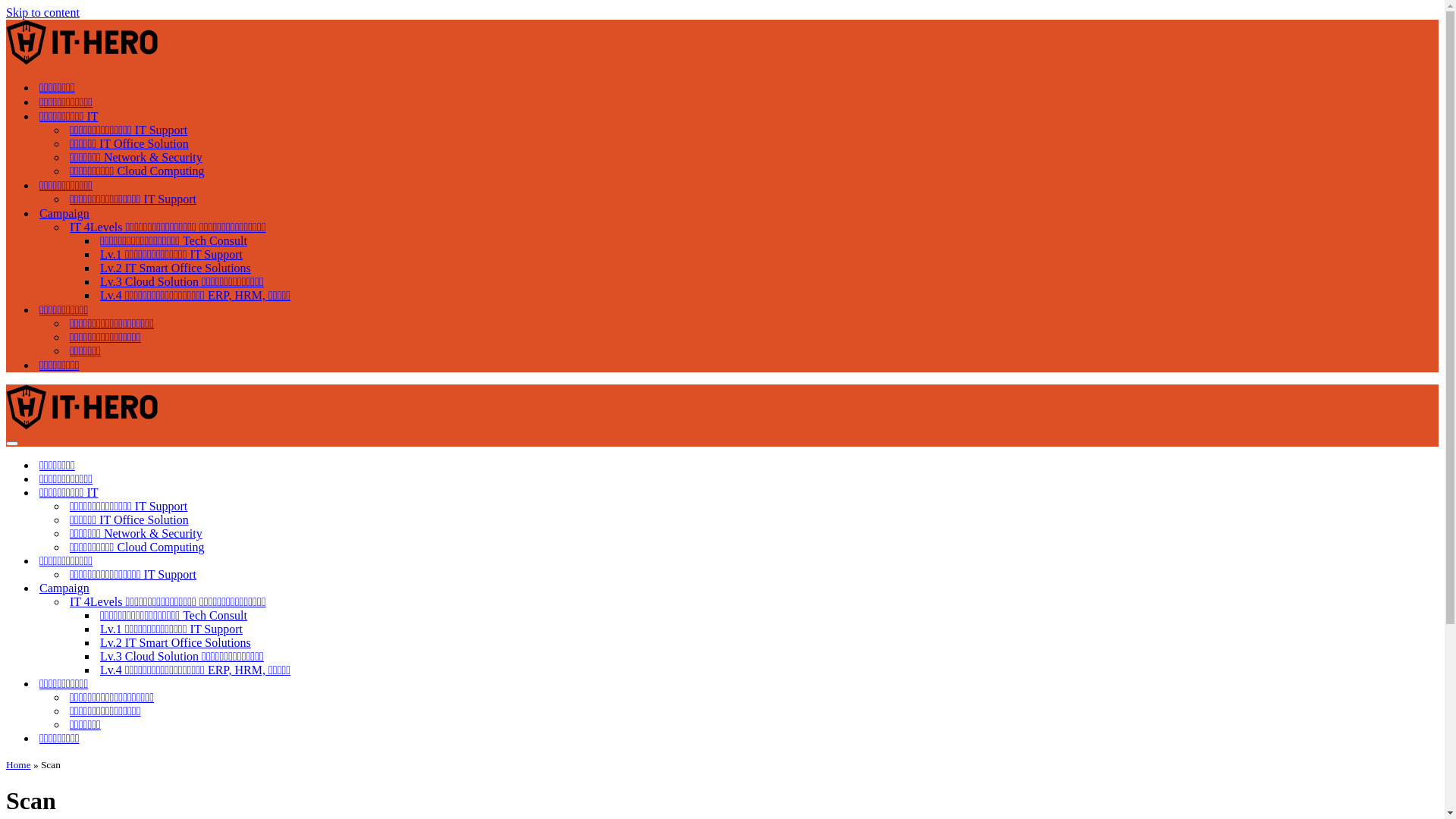 The image size is (1456, 819). I want to click on 'Navigation Menu', so click(11, 444).